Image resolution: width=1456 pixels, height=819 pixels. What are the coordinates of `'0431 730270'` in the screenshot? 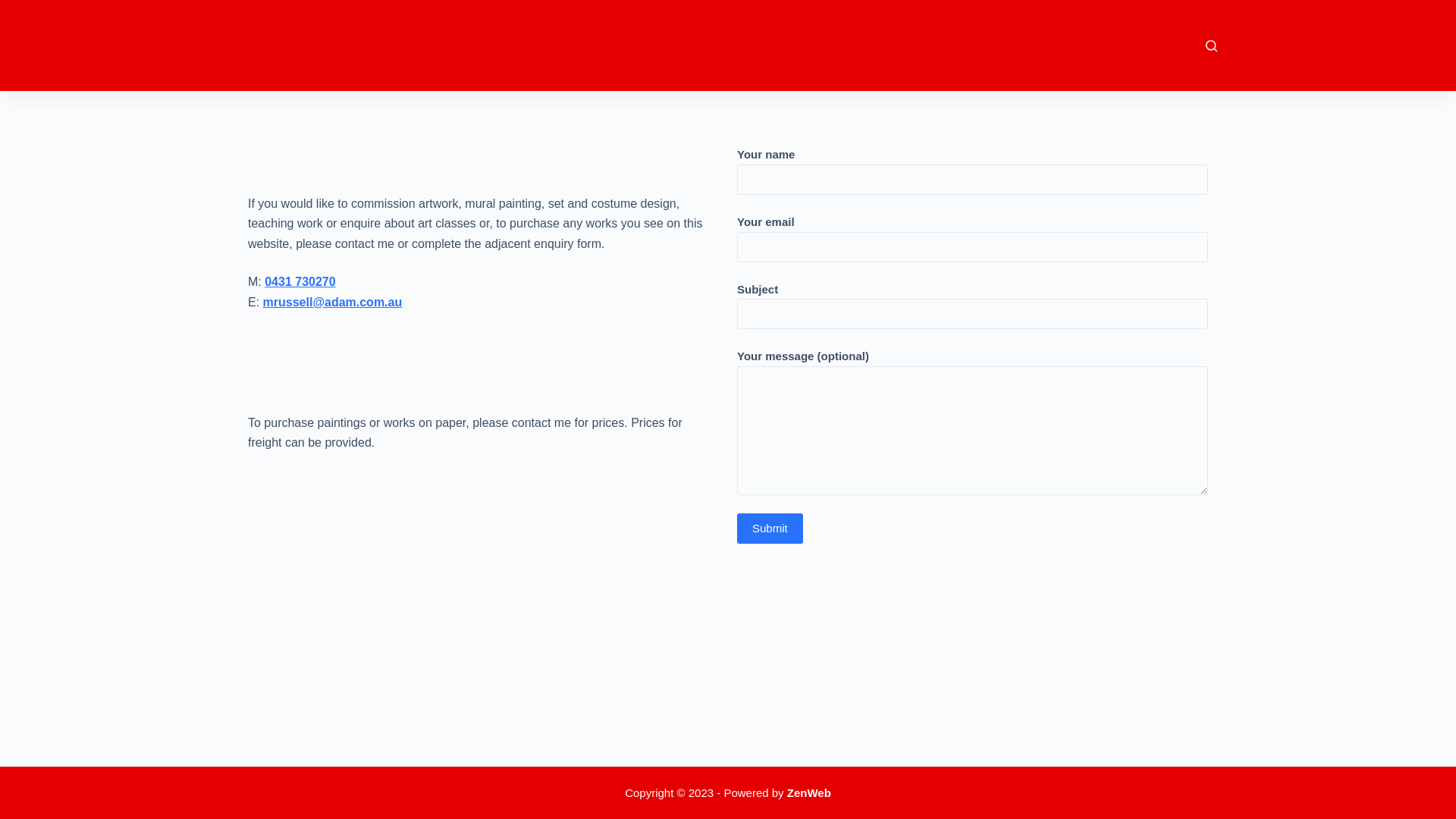 It's located at (265, 281).